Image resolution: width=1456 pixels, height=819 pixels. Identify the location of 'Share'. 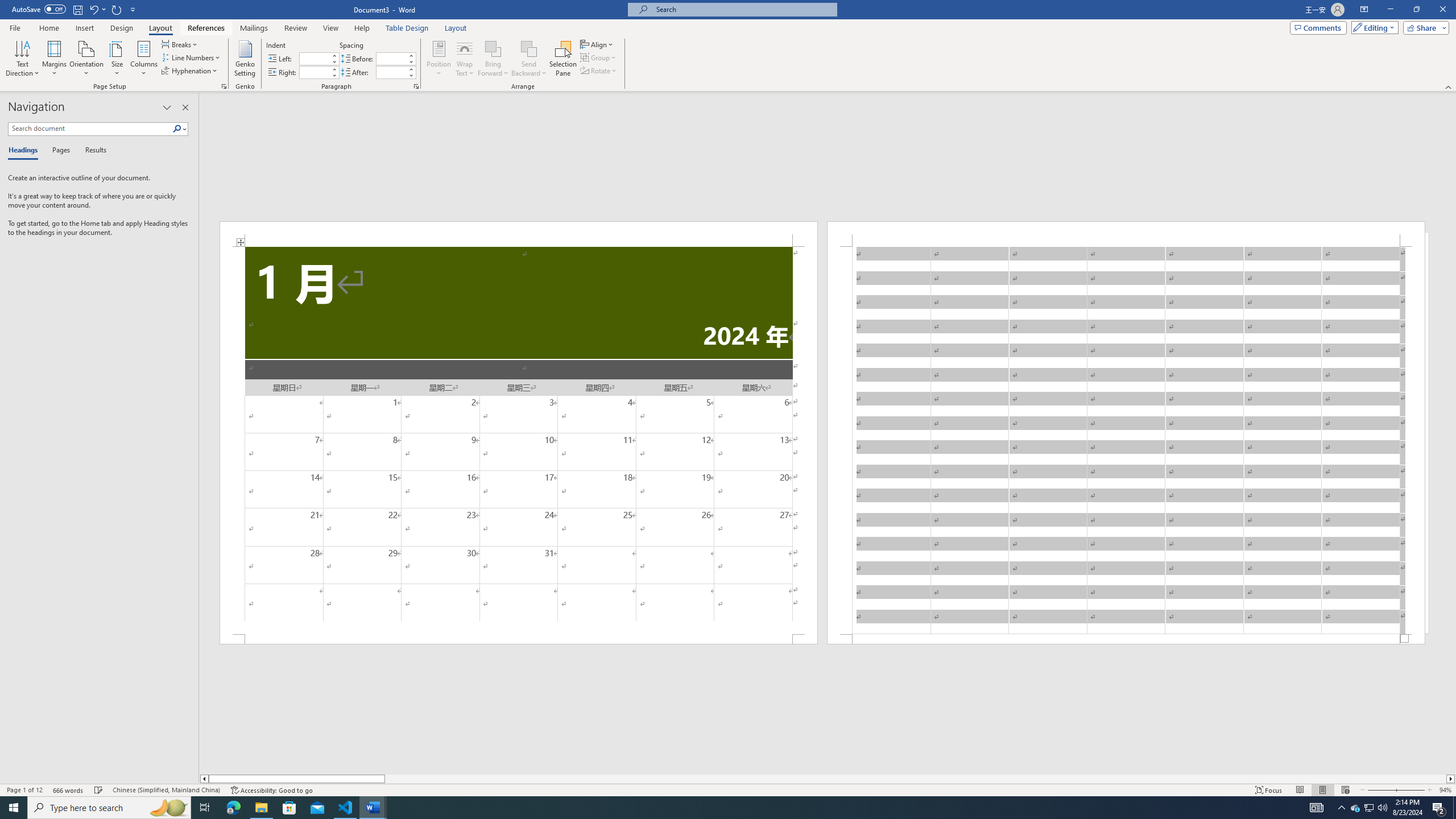
(1423, 27).